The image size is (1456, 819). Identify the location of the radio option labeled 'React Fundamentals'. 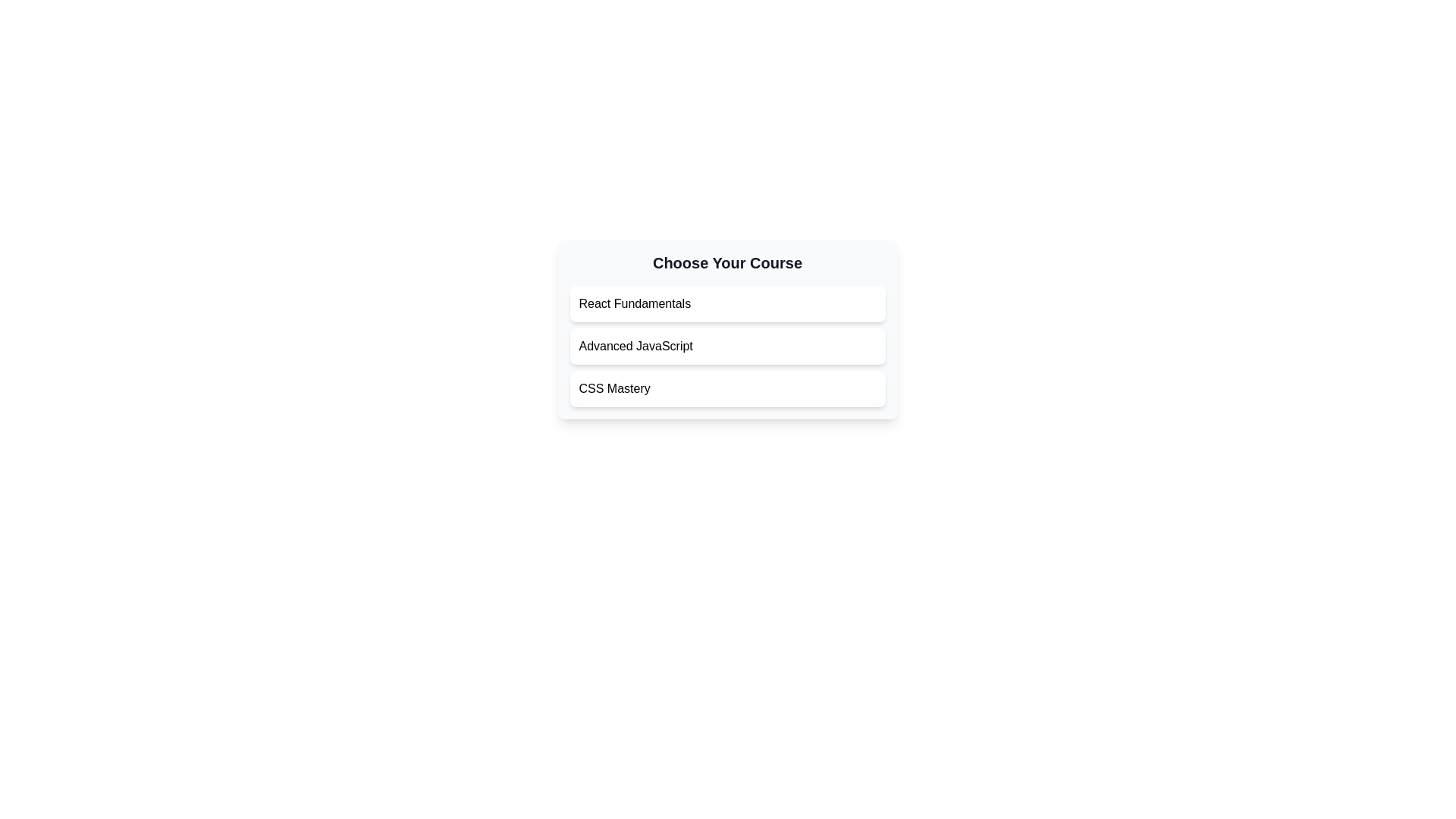
(726, 304).